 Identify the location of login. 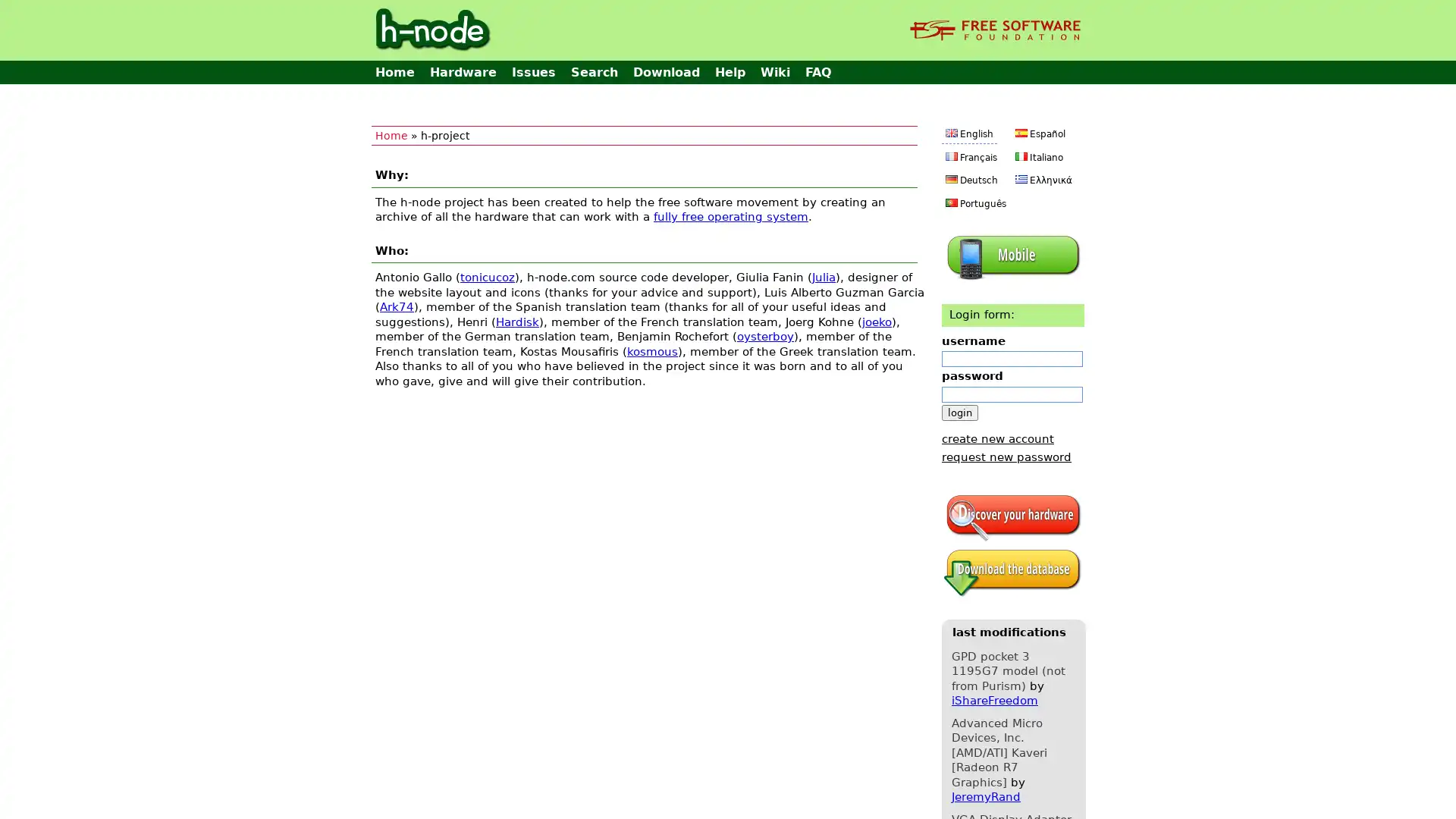
(959, 412).